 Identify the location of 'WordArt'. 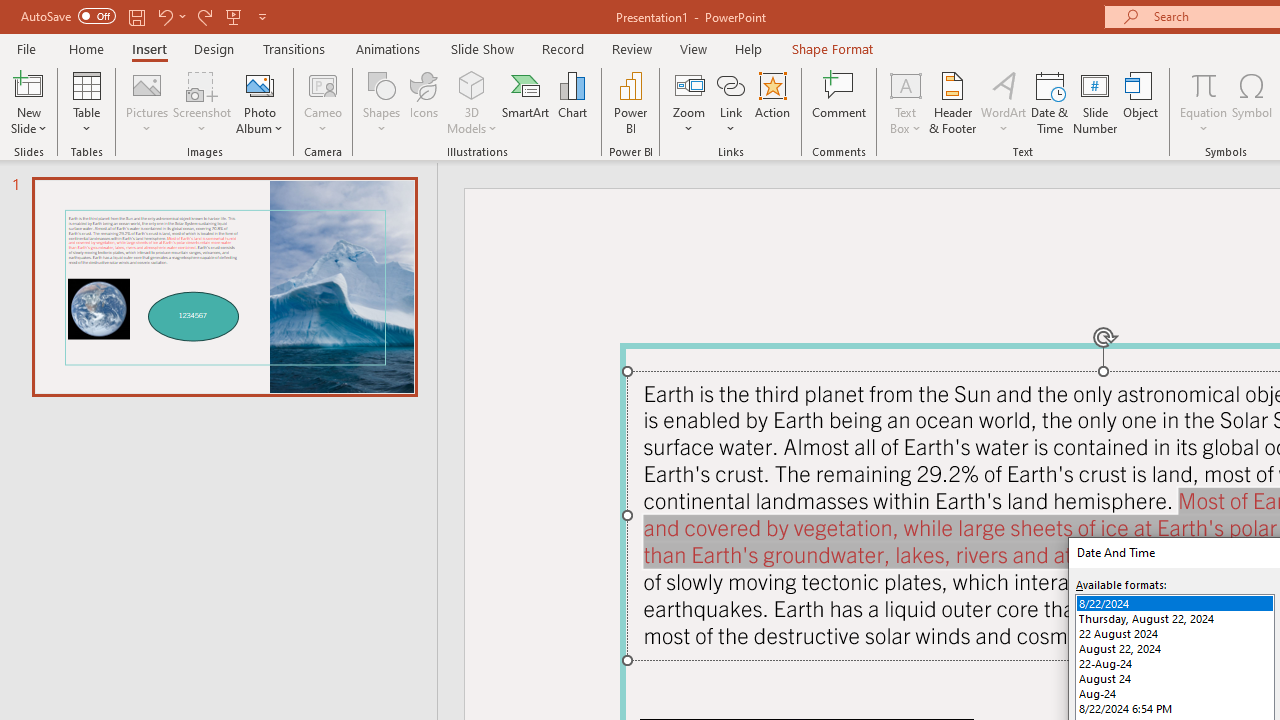
(1004, 103).